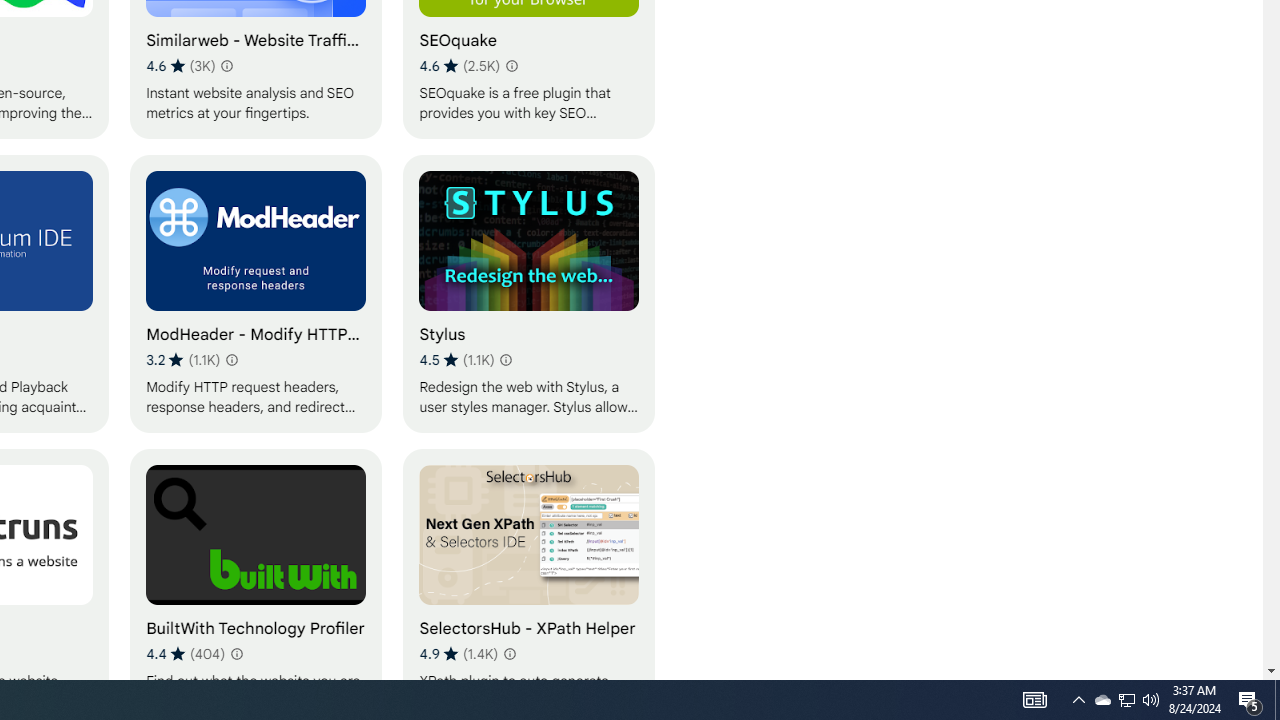  What do you see at coordinates (512, 64) in the screenshot?
I see `'Learn more about results and reviews "SEOquake"'` at bounding box center [512, 64].